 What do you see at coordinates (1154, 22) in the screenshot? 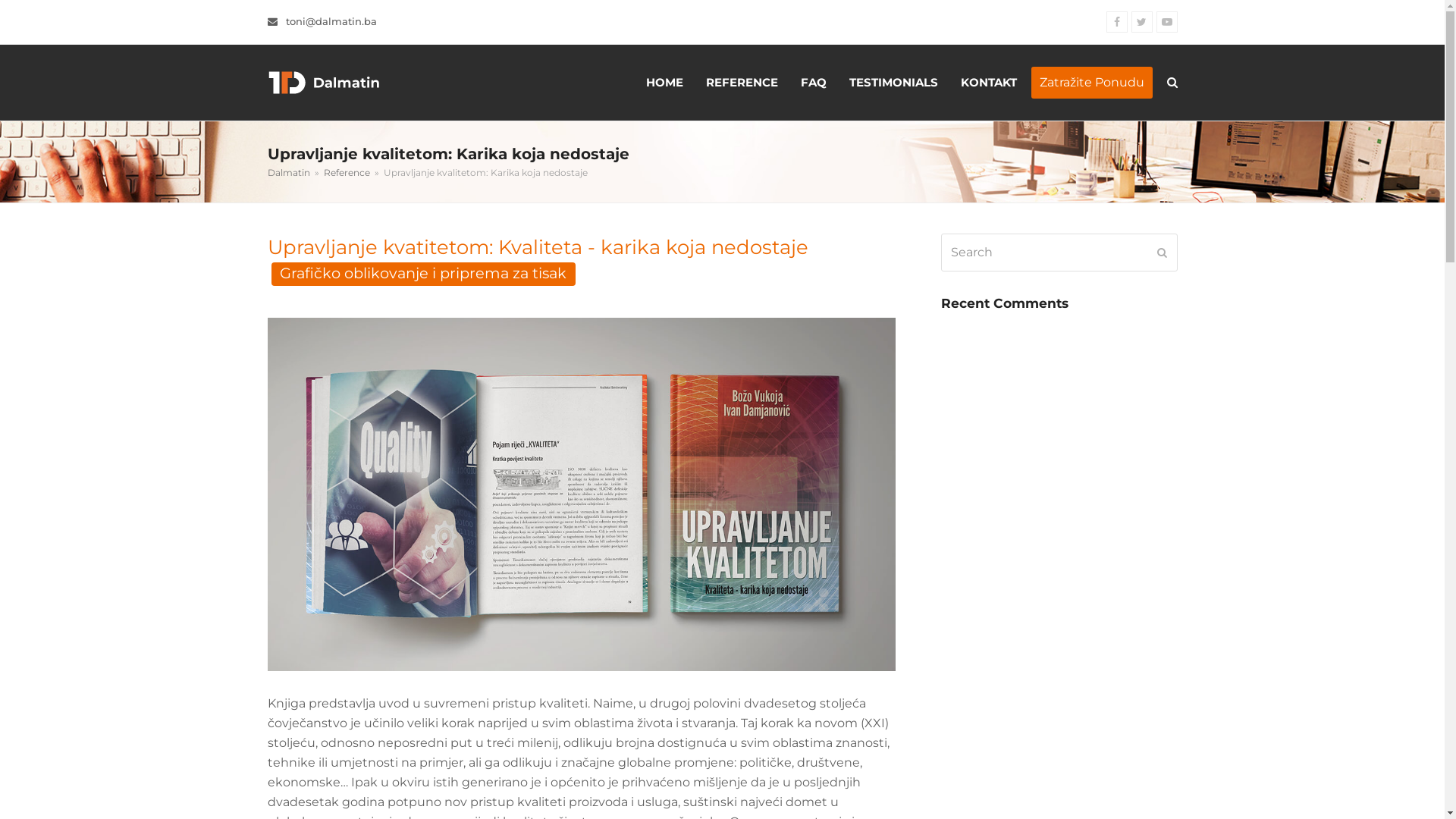
I see `'Youtube'` at bounding box center [1154, 22].